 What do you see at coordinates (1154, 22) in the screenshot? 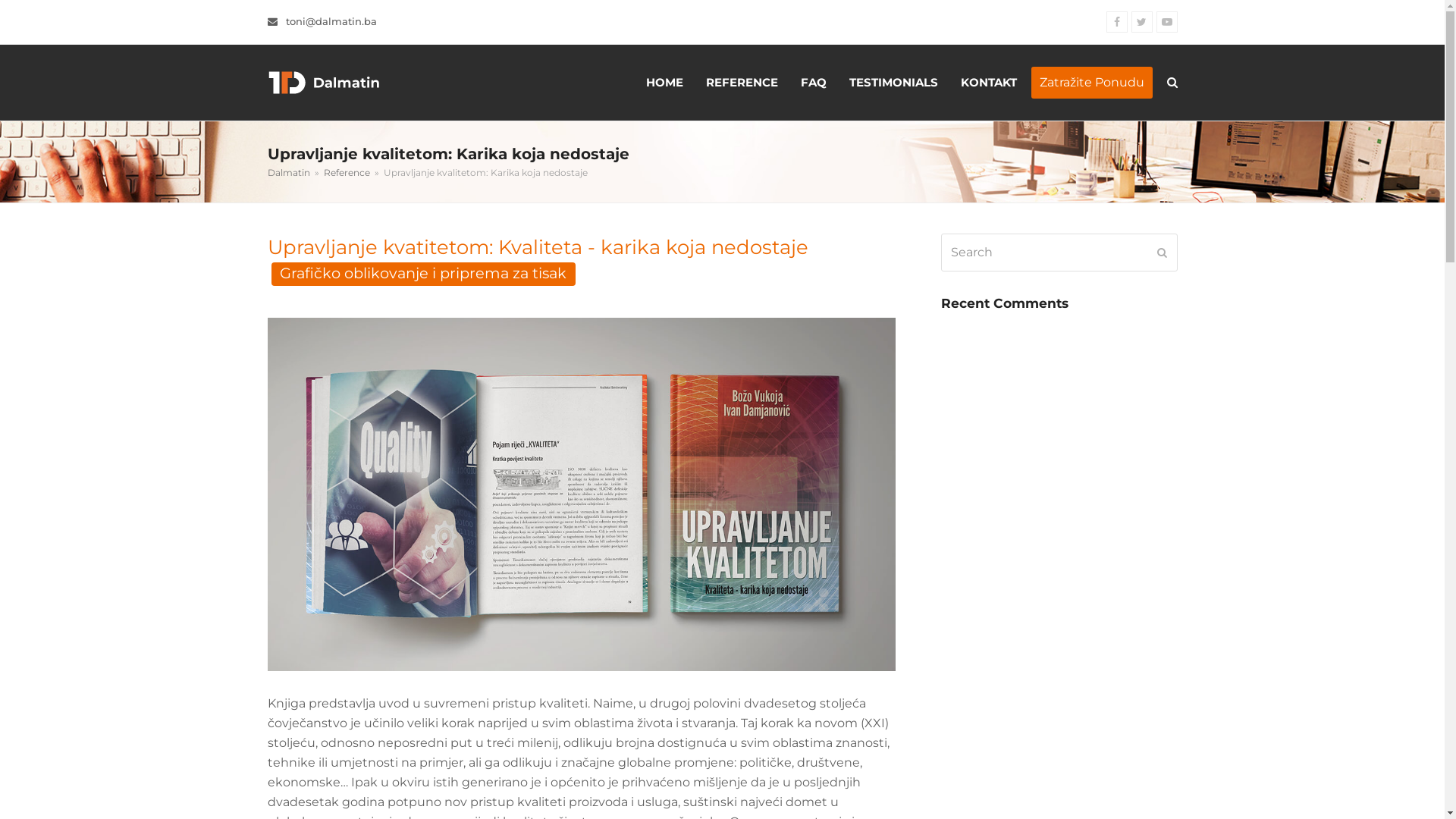
I see `'Youtube'` at bounding box center [1154, 22].